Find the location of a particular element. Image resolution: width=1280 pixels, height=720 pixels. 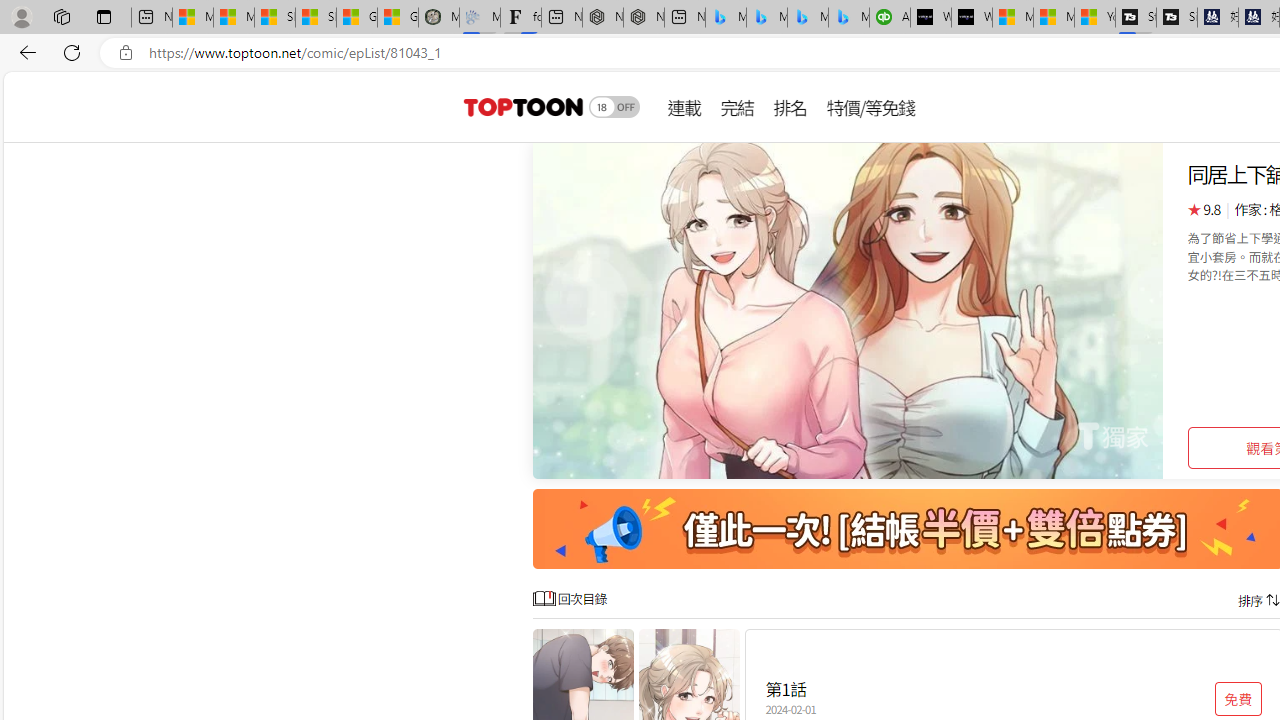

'Class:  switch_18mode actionAdultBtn' is located at coordinates (614, 106).